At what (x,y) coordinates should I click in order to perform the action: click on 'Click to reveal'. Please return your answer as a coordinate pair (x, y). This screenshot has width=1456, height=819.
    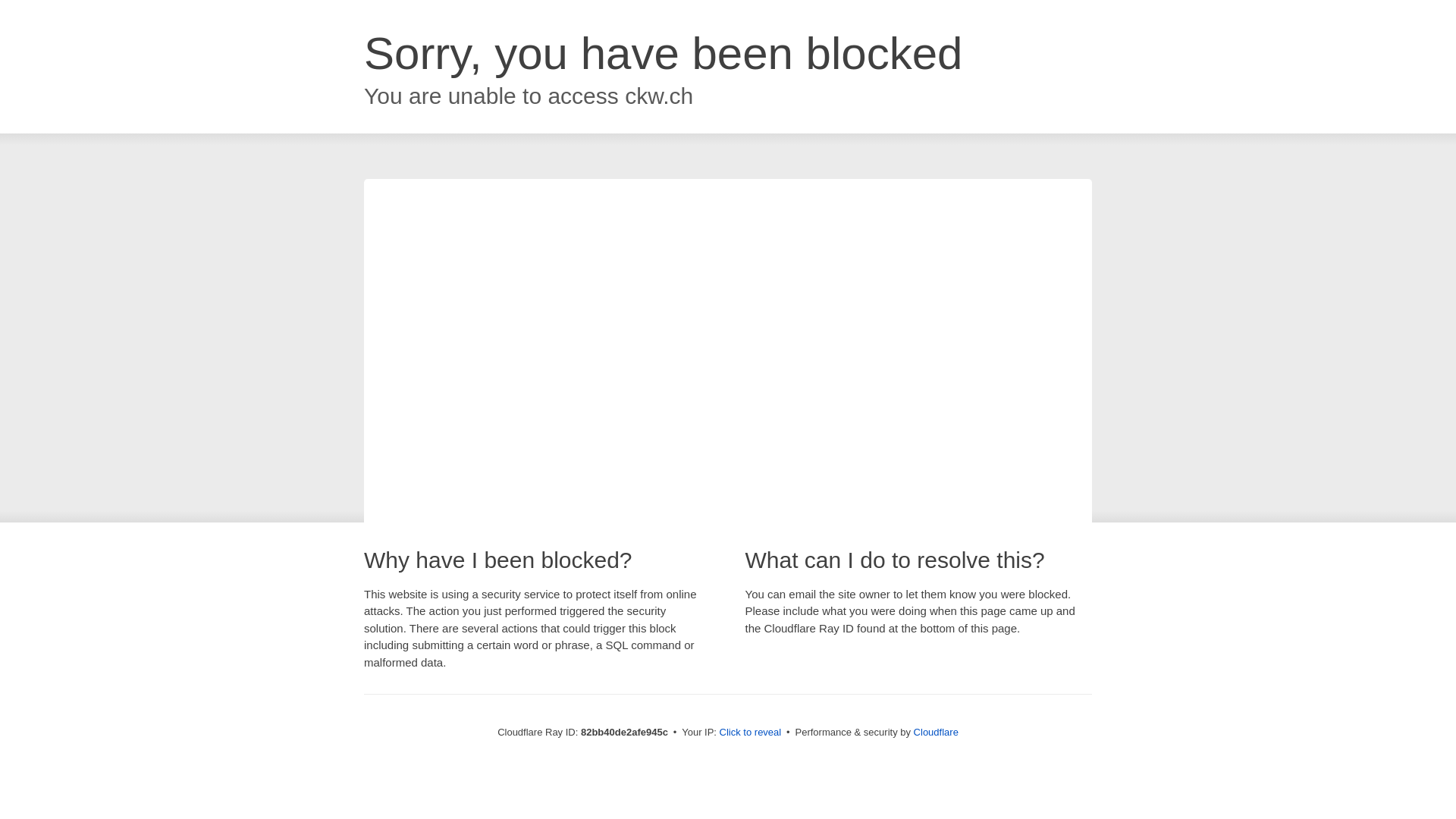
    Looking at the image, I should click on (750, 731).